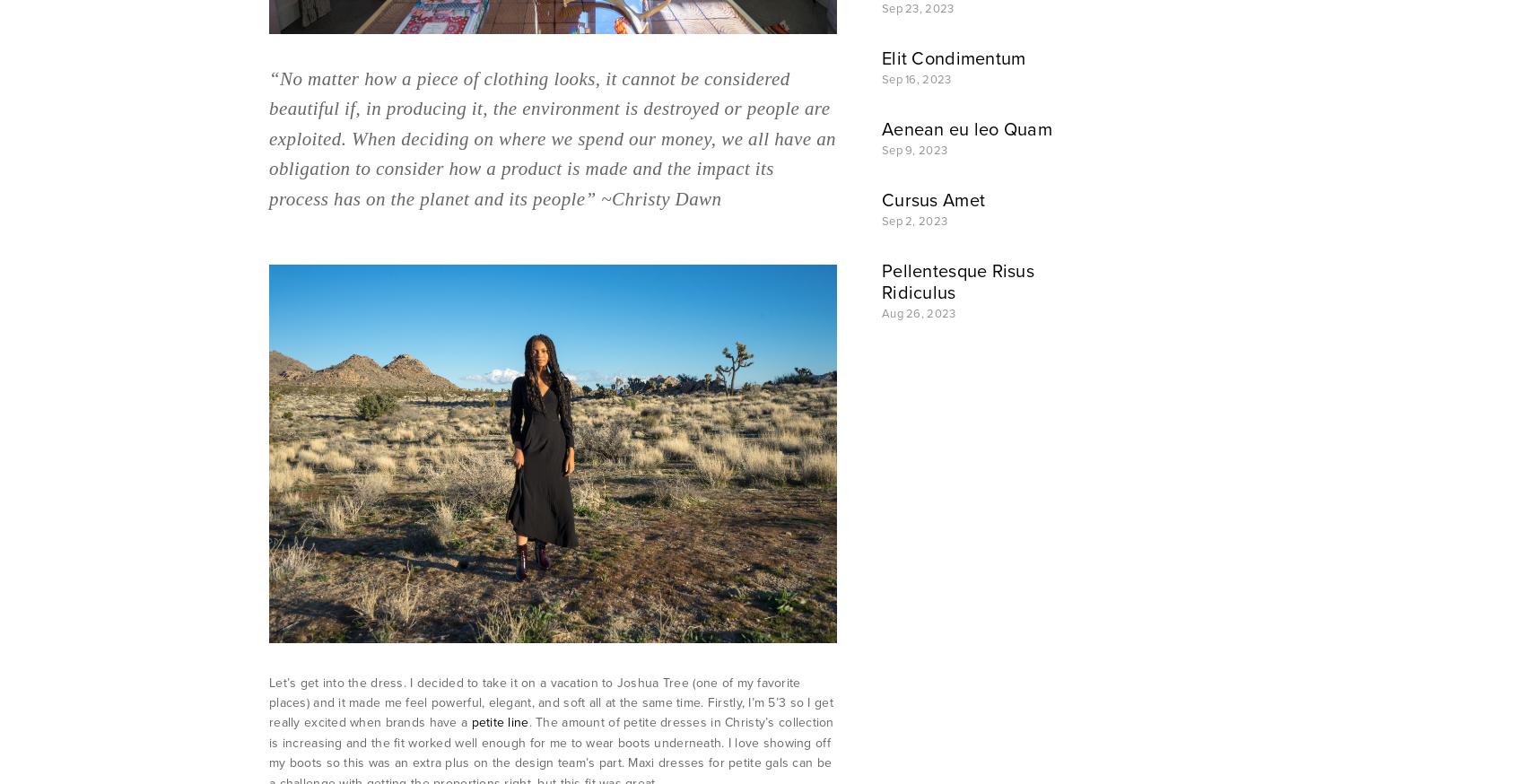 The image size is (1526, 784). Describe the element at coordinates (914, 221) in the screenshot. I see `'Sep 2, 2023'` at that location.